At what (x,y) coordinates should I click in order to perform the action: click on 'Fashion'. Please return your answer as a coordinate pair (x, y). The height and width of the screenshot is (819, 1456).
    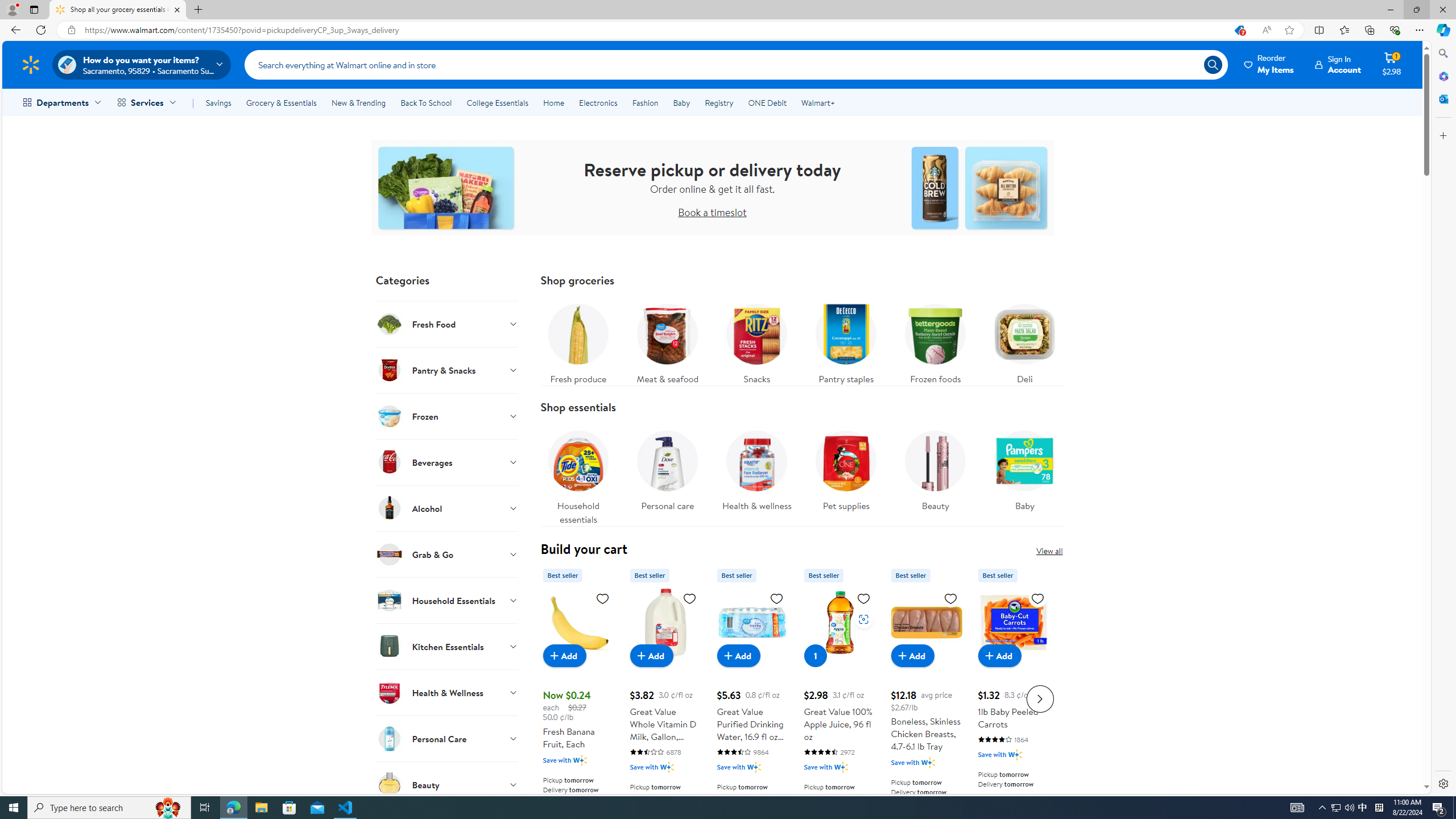
    Looking at the image, I should click on (644, 102).